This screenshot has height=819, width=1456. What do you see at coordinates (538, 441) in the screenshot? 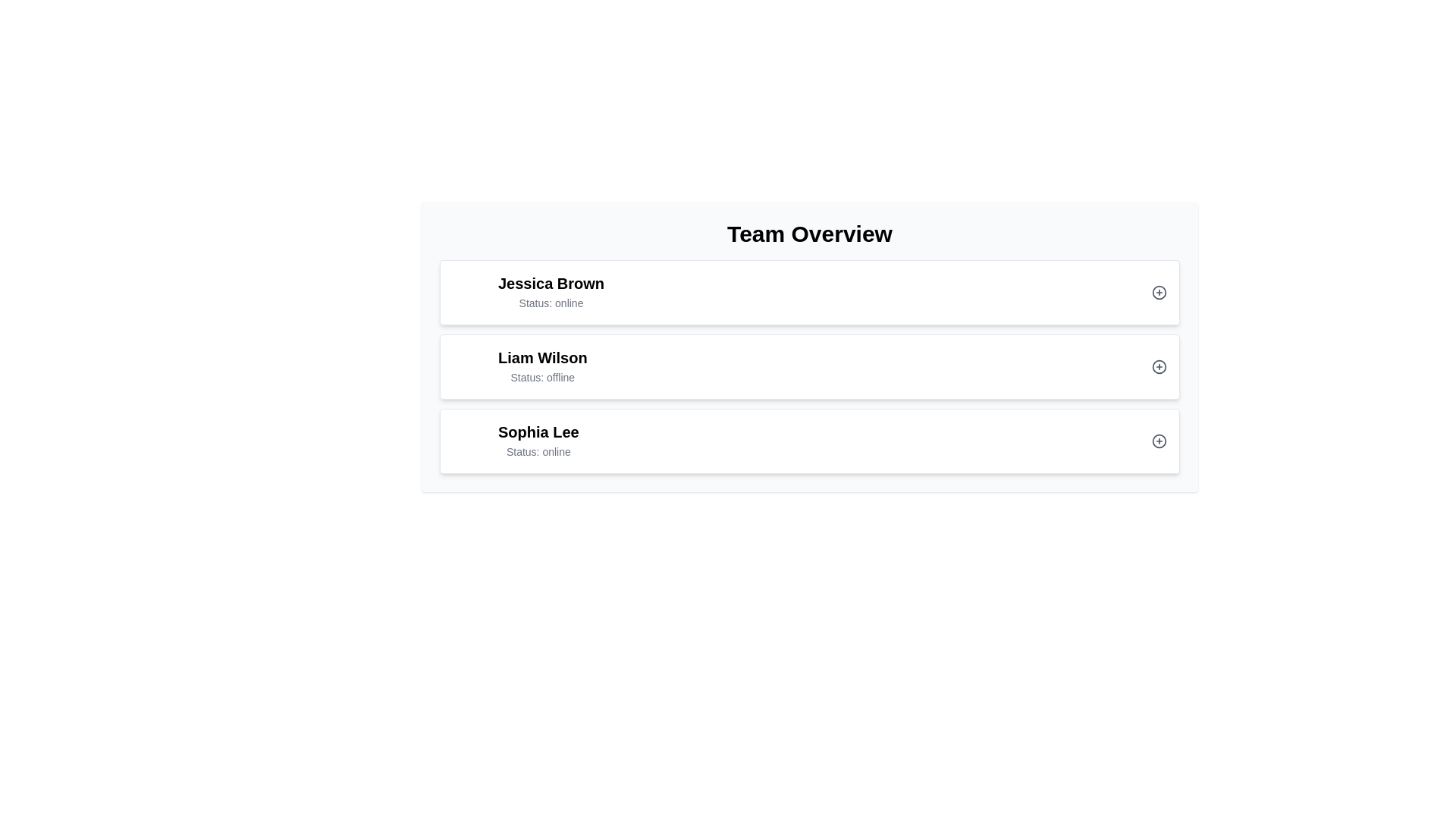
I see `the informational text block displaying 'Sophia Lee' with the status 'Status: online'` at bounding box center [538, 441].